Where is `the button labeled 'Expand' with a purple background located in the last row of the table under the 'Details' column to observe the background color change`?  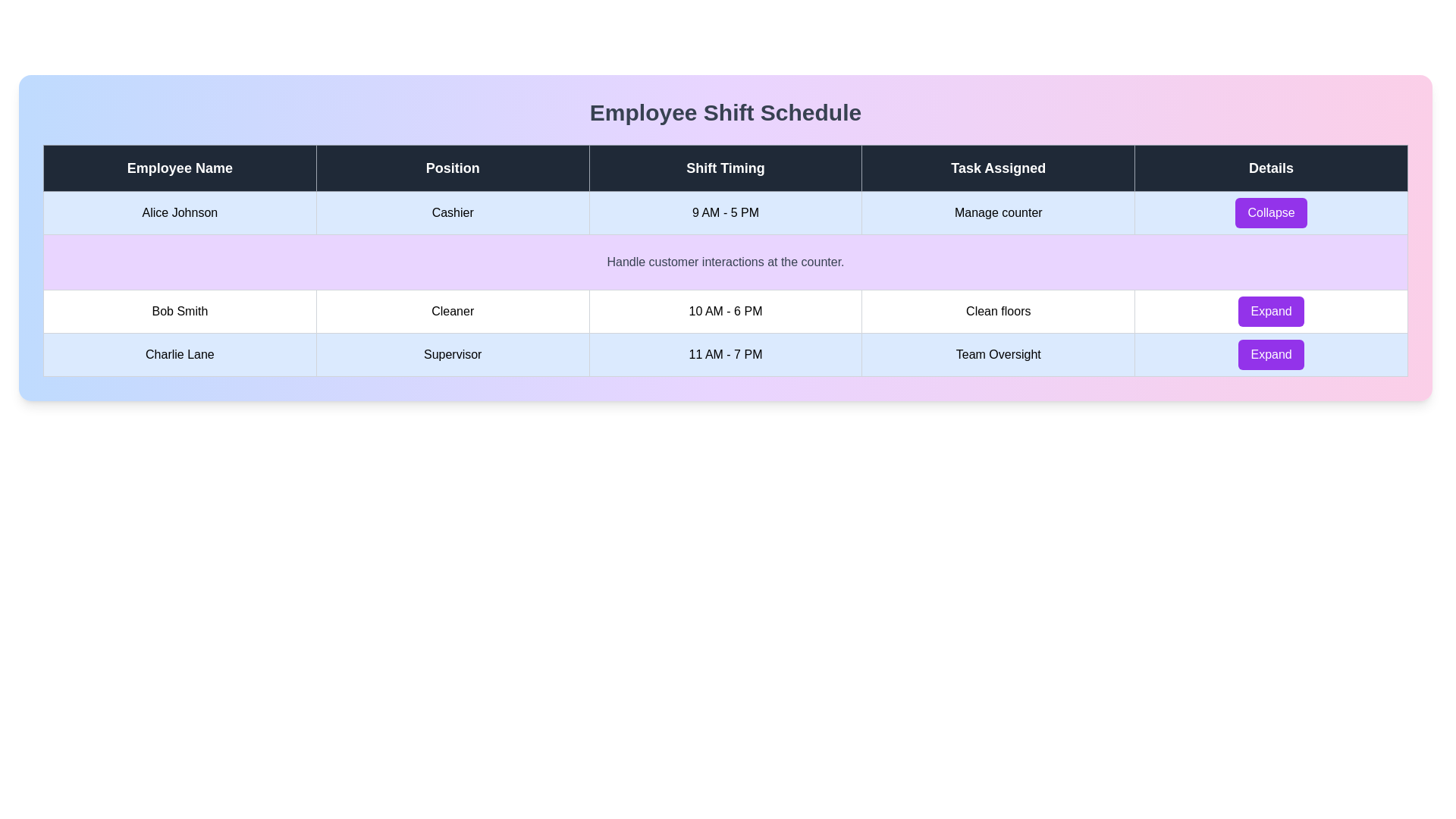
the button labeled 'Expand' with a purple background located in the last row of the table under the 'Details' column to observe the background color change is located at coordinates (1271, 354).